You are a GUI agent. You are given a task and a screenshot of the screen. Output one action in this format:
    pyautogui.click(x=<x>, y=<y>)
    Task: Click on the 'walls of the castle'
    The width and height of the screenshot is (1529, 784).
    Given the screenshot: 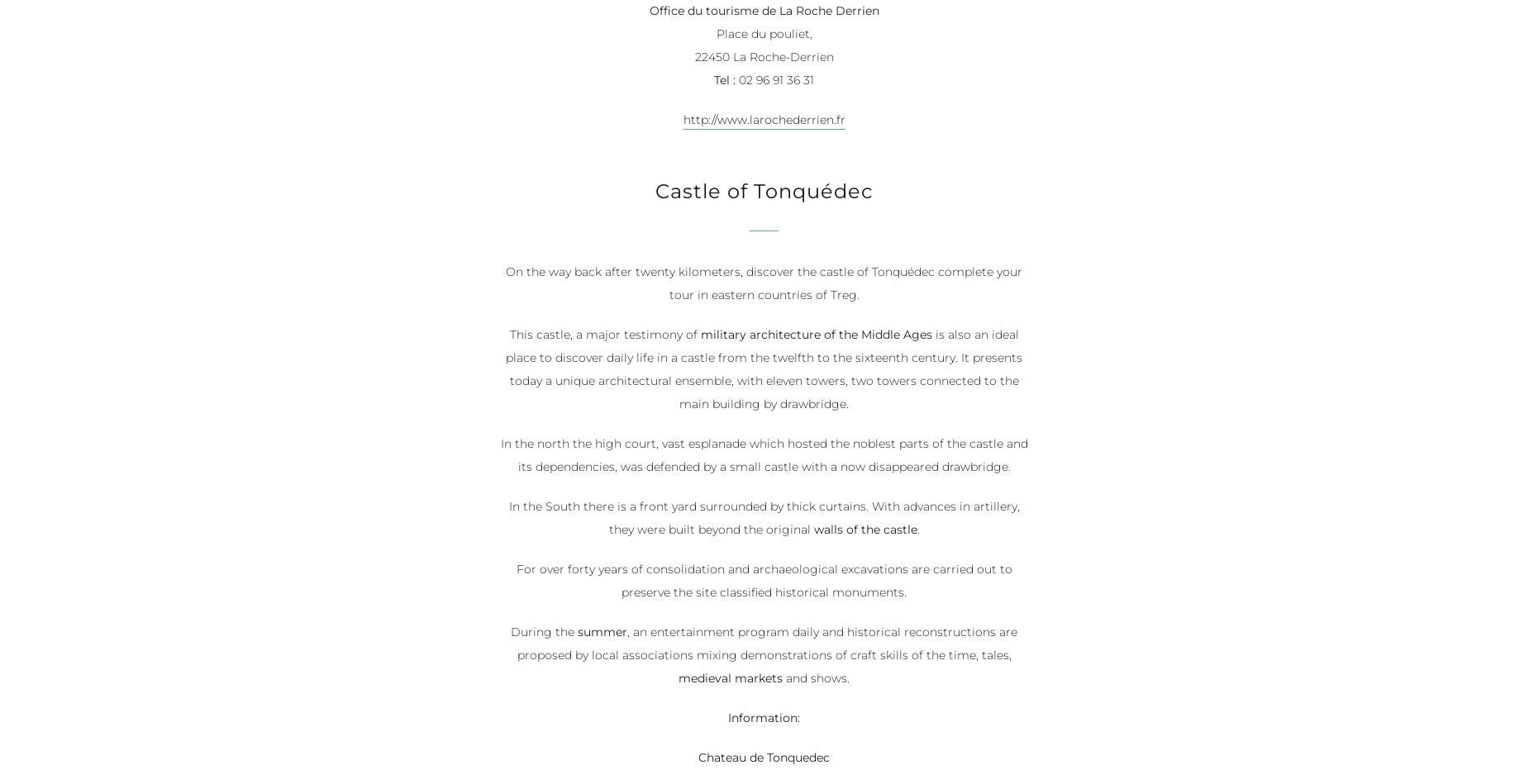 What is the action you would take?
    pyautogui.click(x=864, y=530)
    